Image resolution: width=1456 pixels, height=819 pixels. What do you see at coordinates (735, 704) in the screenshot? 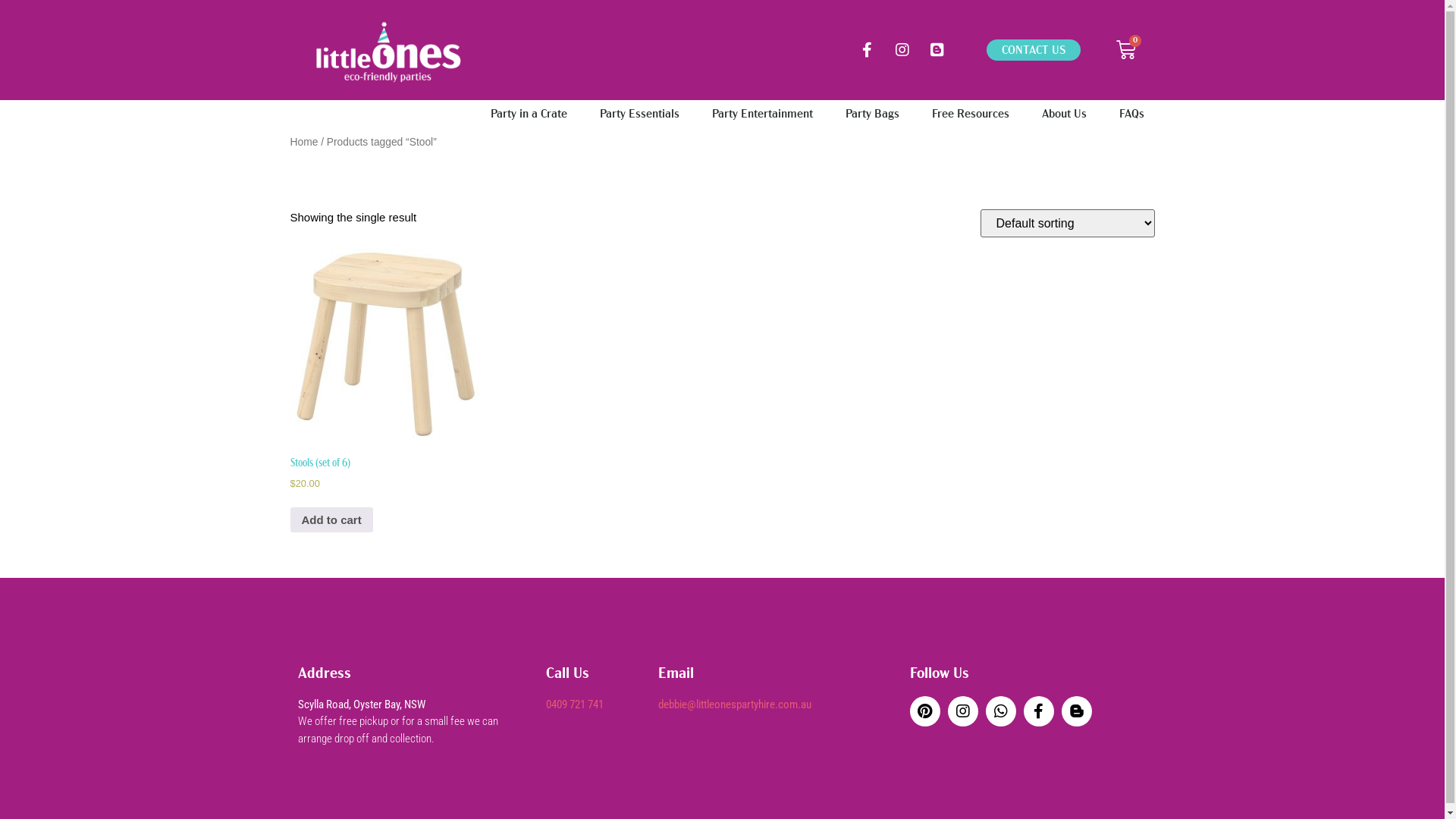
I see `'debbie@littleonespartyhire.com.au'` at bounding box center [735, 704].